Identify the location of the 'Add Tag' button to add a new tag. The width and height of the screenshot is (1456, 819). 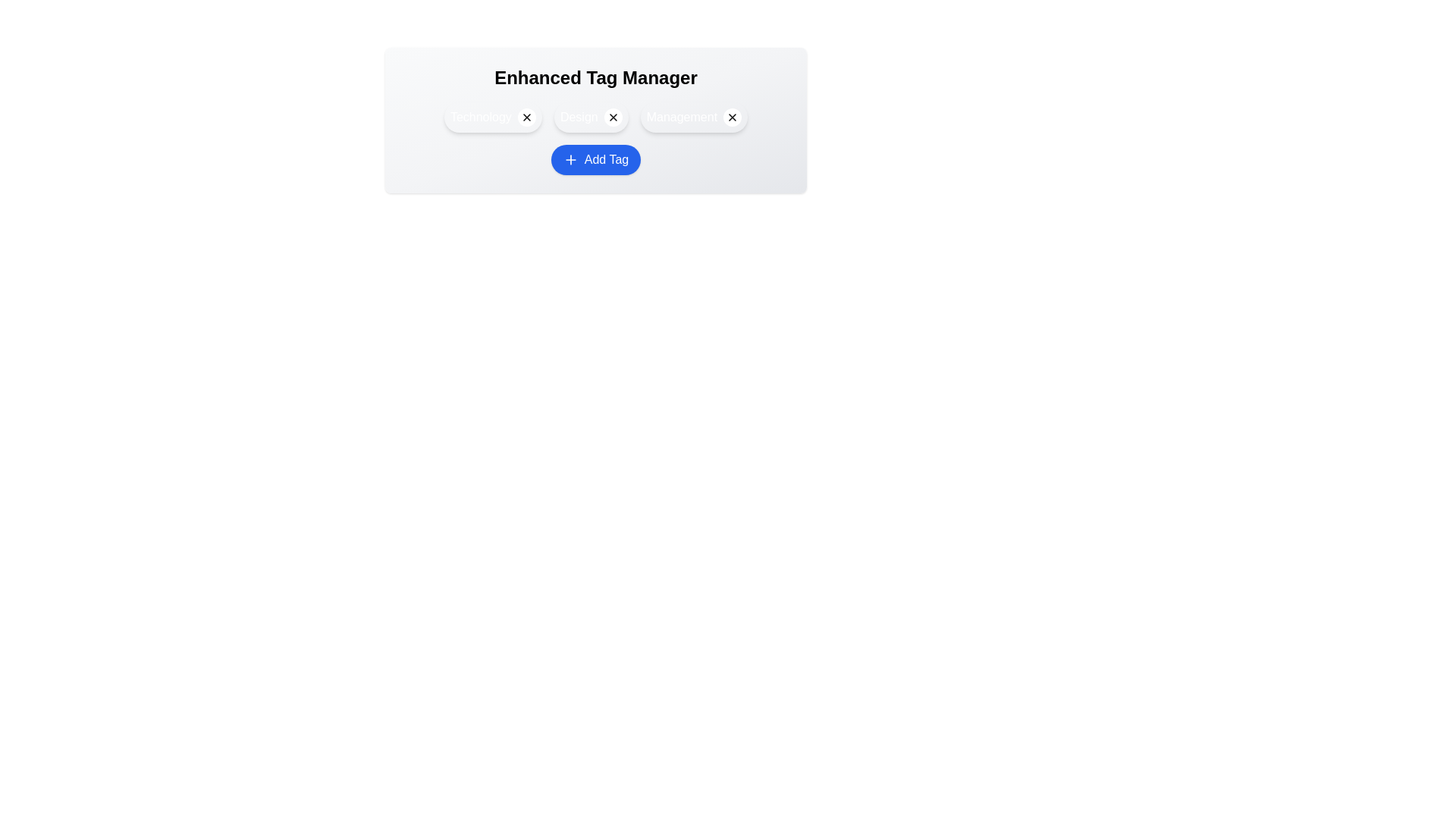
(595, 160).